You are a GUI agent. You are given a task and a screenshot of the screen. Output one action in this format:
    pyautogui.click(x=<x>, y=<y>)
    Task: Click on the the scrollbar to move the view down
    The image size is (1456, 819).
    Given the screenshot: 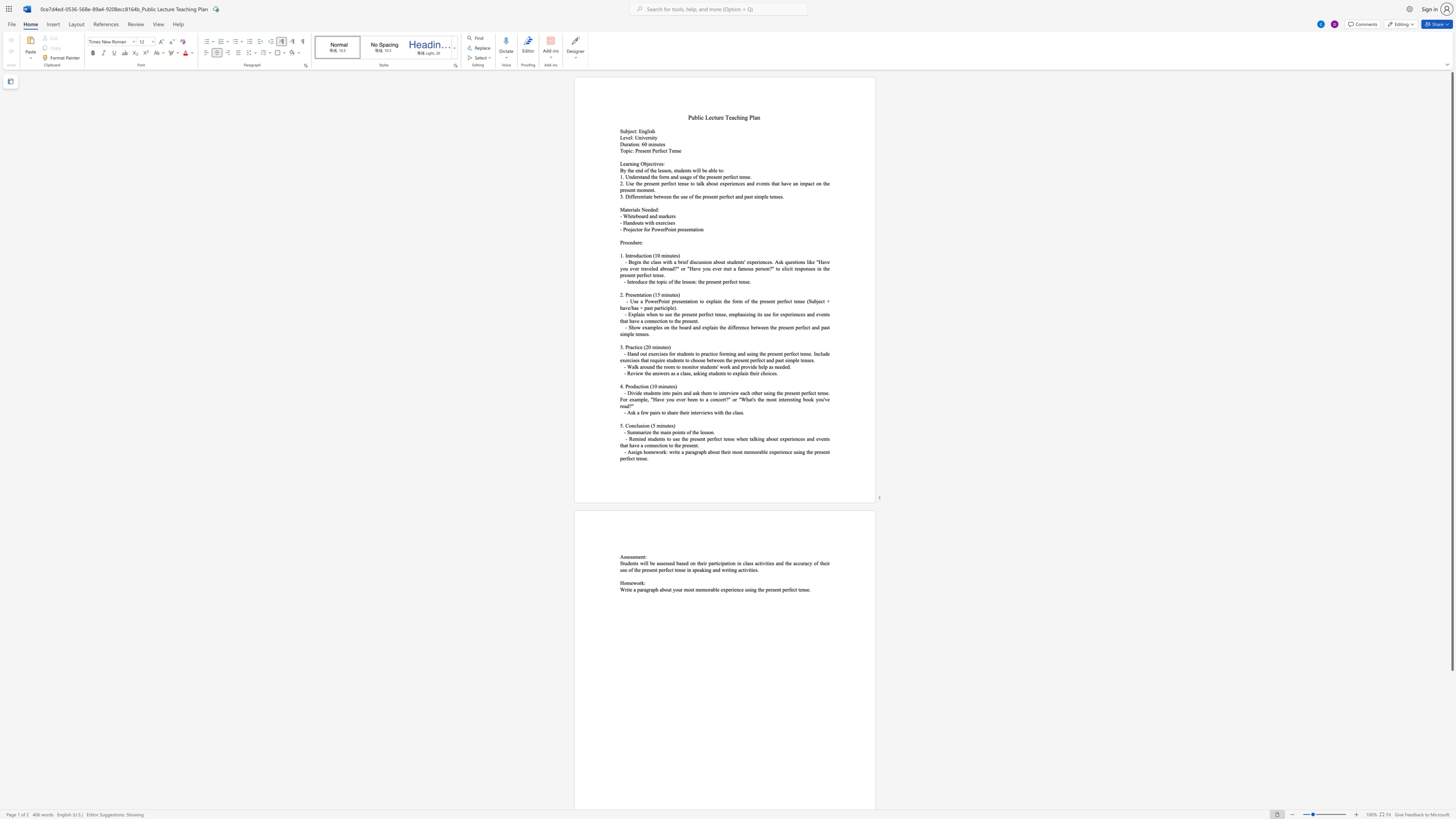 What is the action you would take?
    pyautogui.click(x=1451, y=717)
    